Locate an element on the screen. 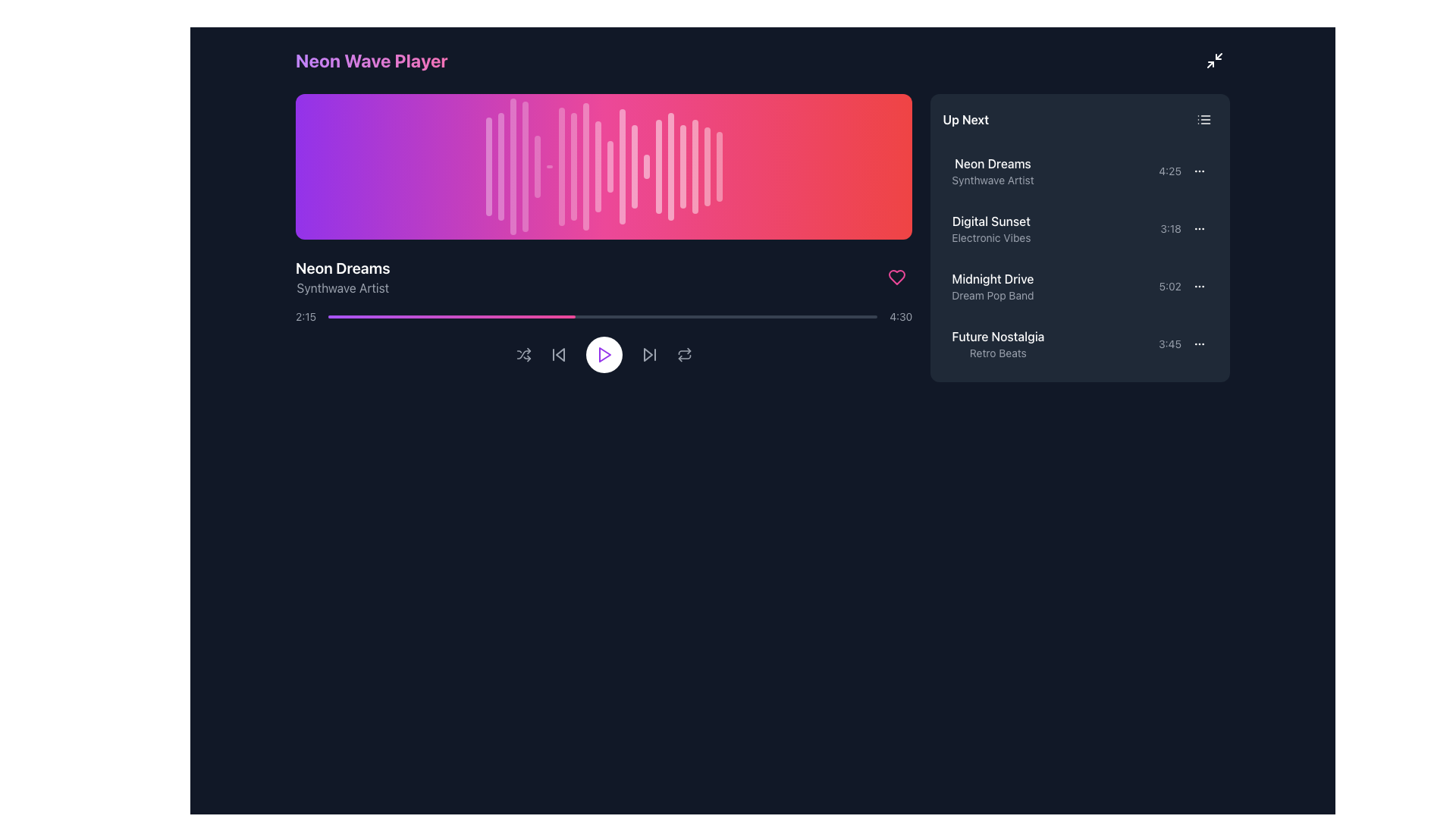 Image resolution: width=1456 pixels, height=819 pixels. the 17th decorative vertical bar representing soundwave dynamics is located at coordinates (682, 166).